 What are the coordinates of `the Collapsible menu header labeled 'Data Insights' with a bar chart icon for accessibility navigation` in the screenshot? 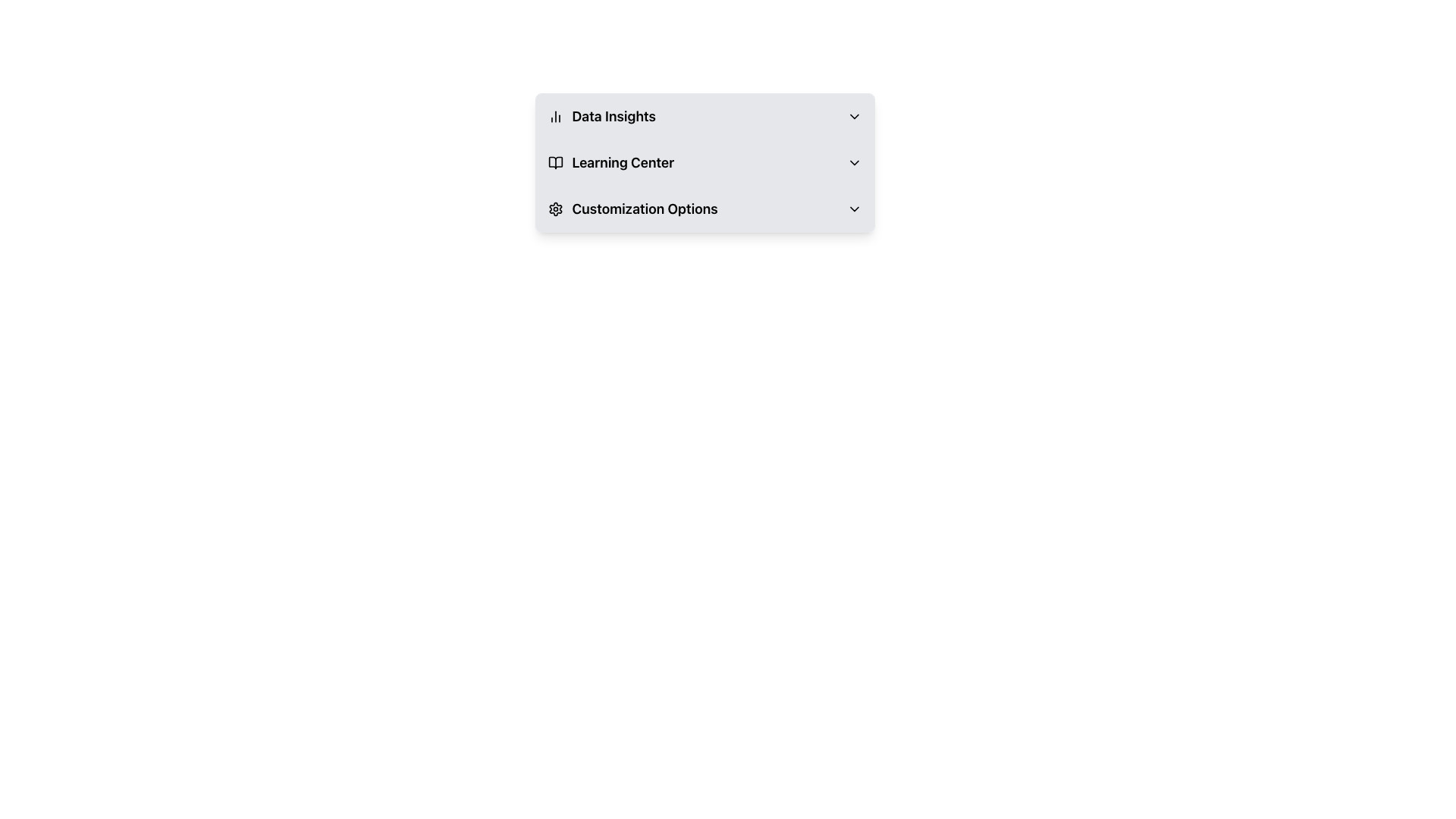 It's located at (704, 116).